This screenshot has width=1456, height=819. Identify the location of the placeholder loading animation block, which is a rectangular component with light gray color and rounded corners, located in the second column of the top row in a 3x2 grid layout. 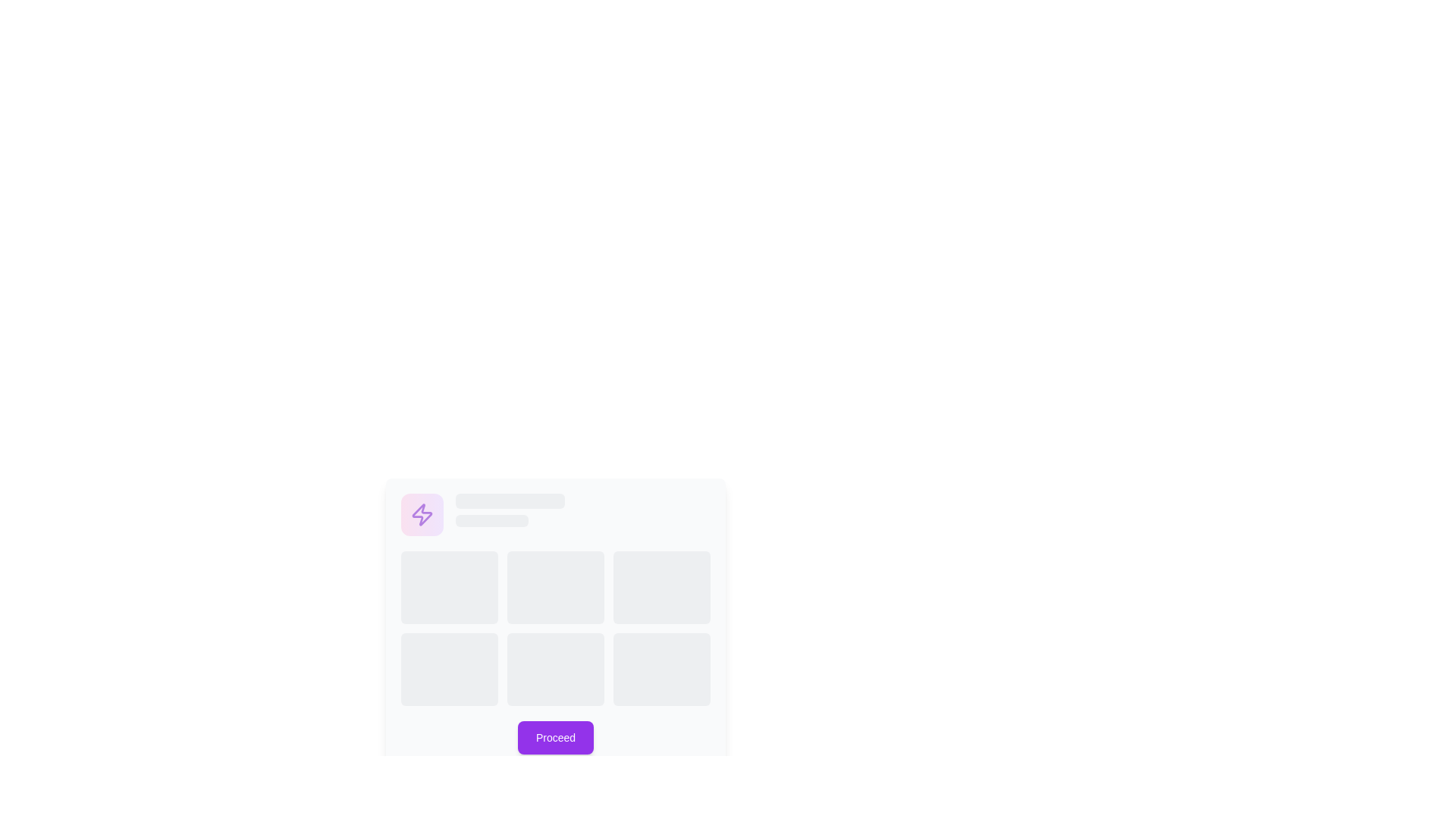
(555, 587).